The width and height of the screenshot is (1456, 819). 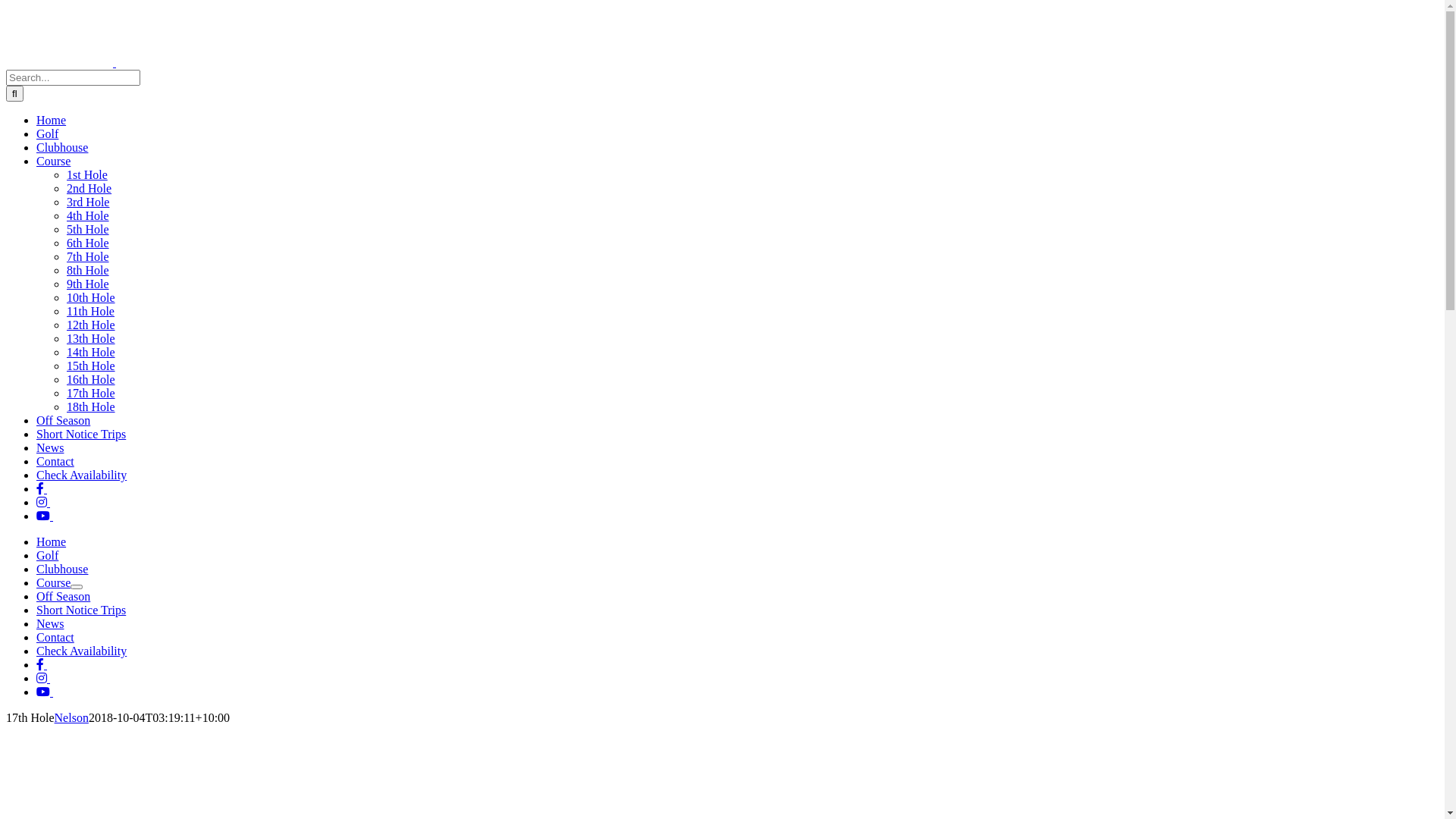 What do you see at coordinates (55, 717) in the screenshot?
I see `'Nelson'` at bounding box center [55, 717].